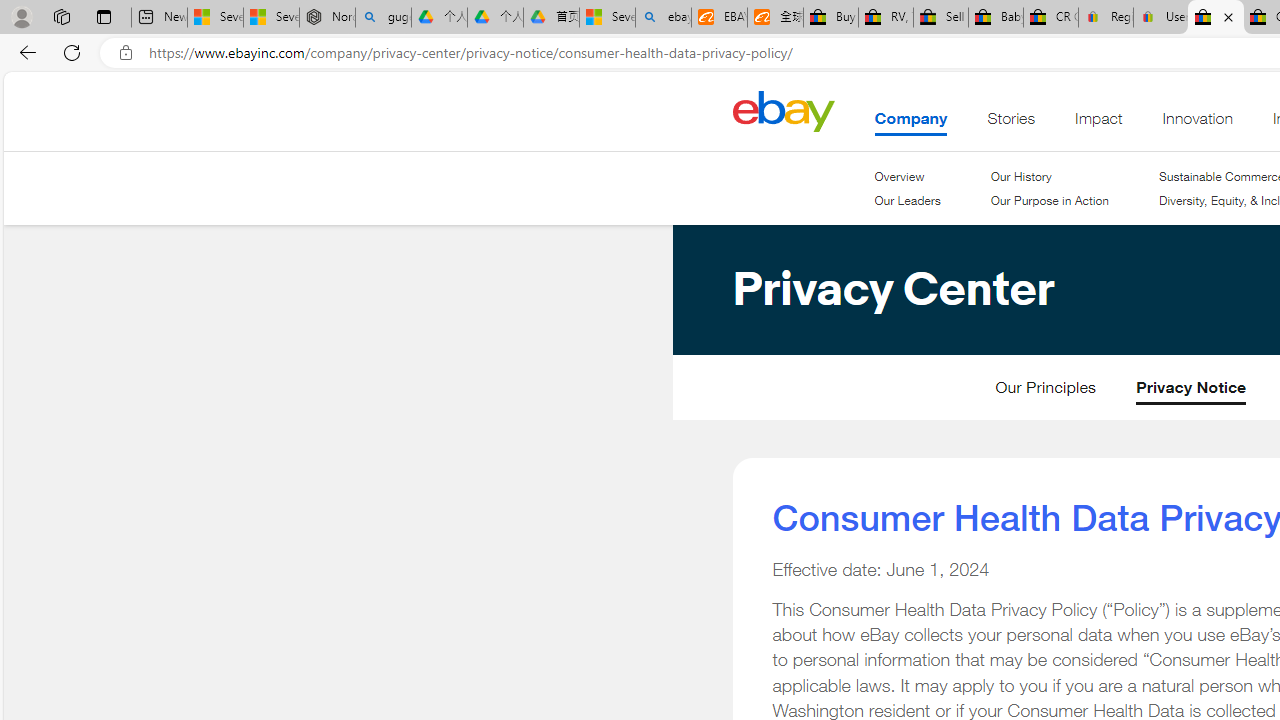 Image resolution: width=1280 pixels, height=720 pixels. I want to click on 'Privacy Notice', so click(1191, 391).